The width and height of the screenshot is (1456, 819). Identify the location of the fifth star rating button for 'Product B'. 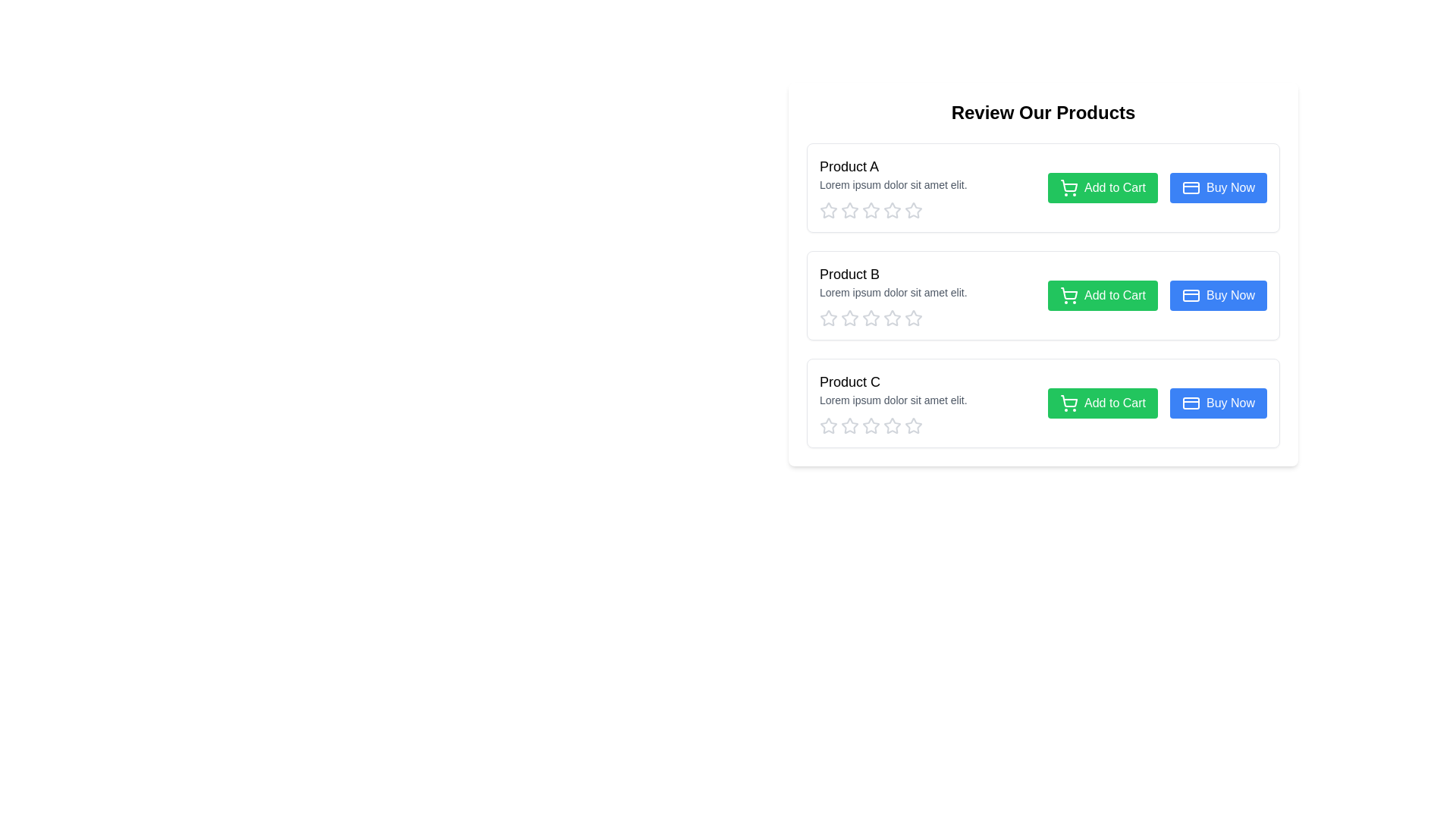
(892, 318).